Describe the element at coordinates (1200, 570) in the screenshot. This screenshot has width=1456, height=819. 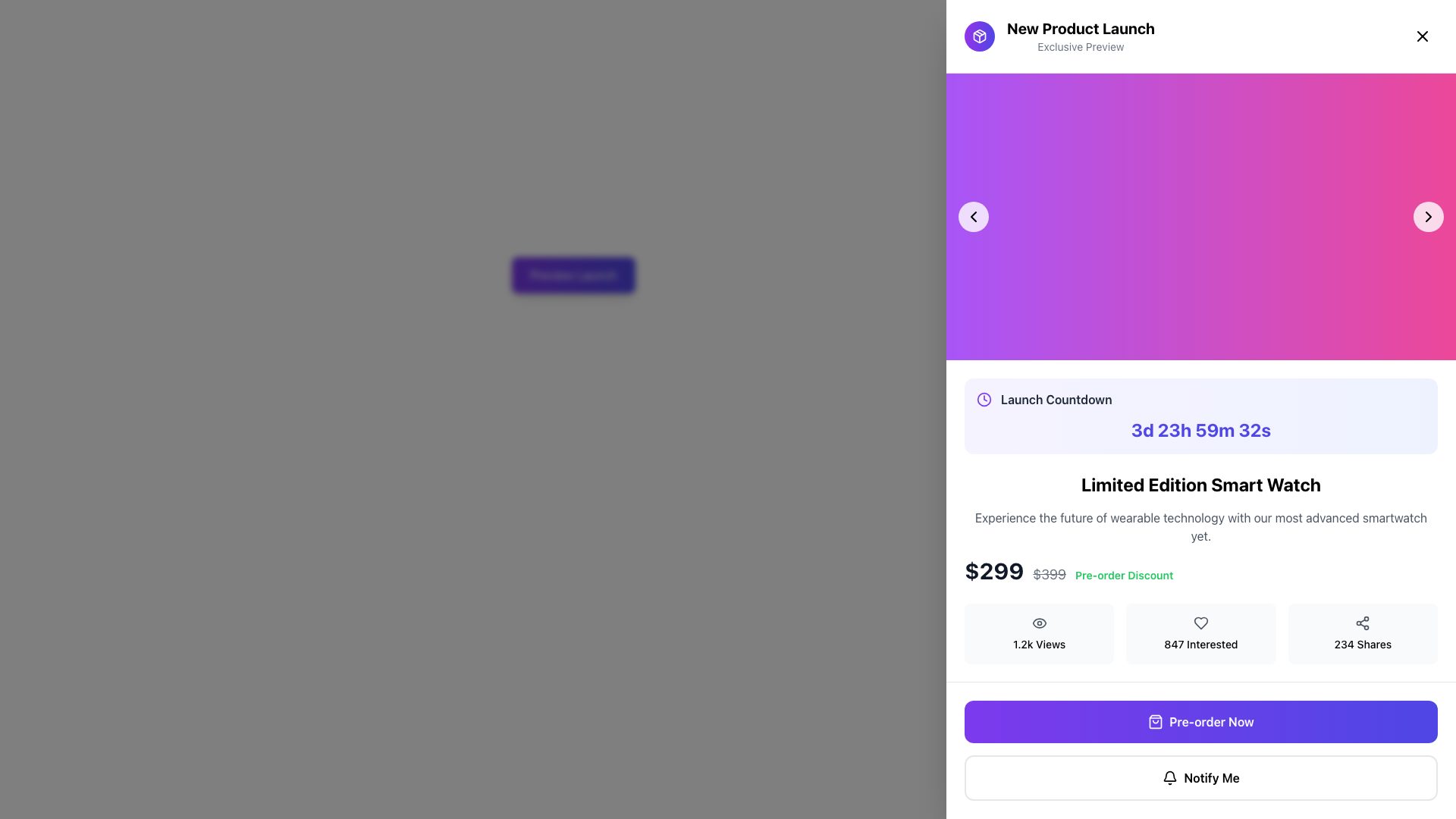
I see `the component displaying the product price, which includes the current price, original price, and pre-order discount offer, located below the product description and above the statistics row` at that location.